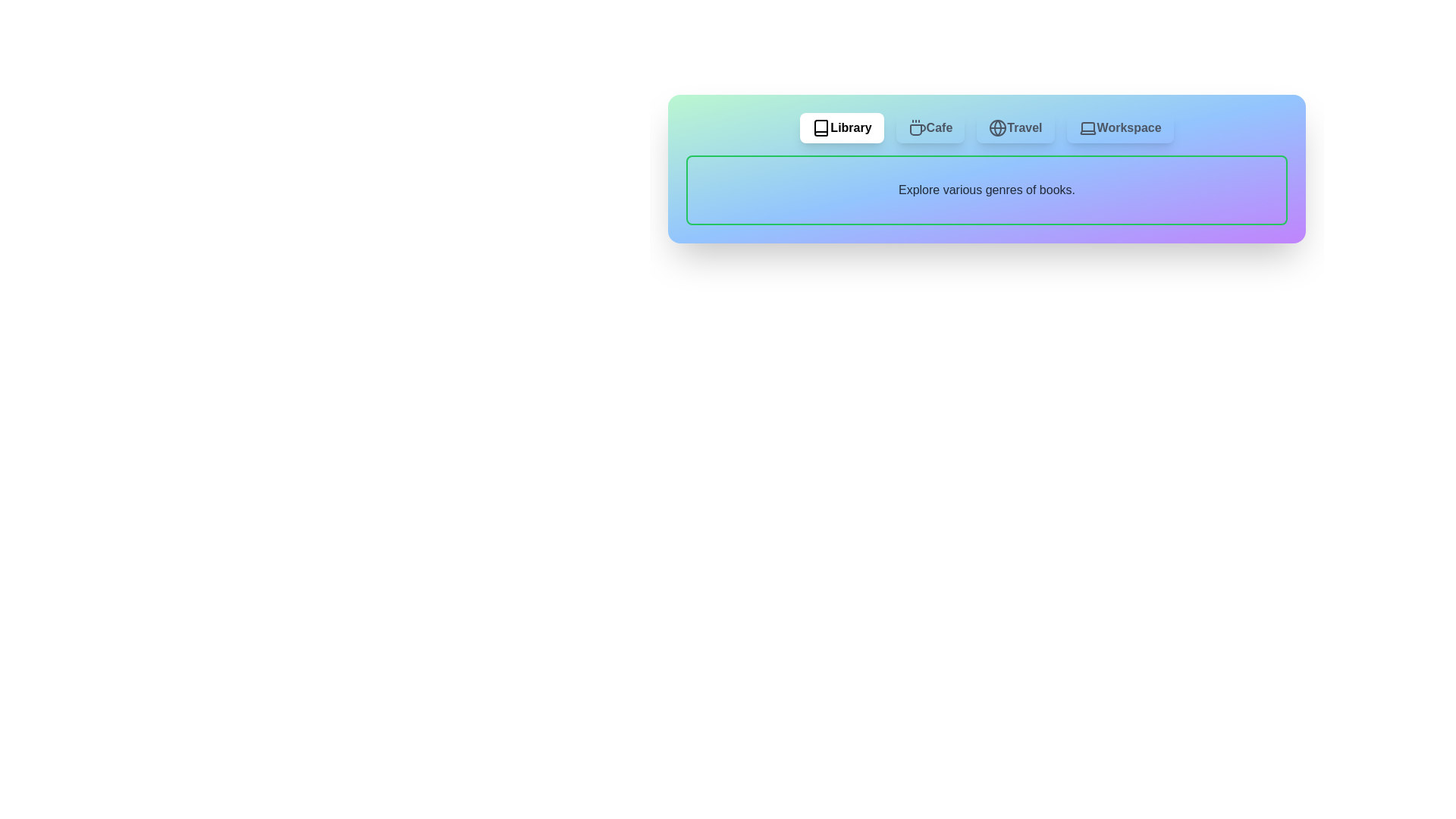  What do you see at coordinates (841, 127) in the screenshot?
I see `the Library button to observe its hover effect` at bounding box center [841, 127].